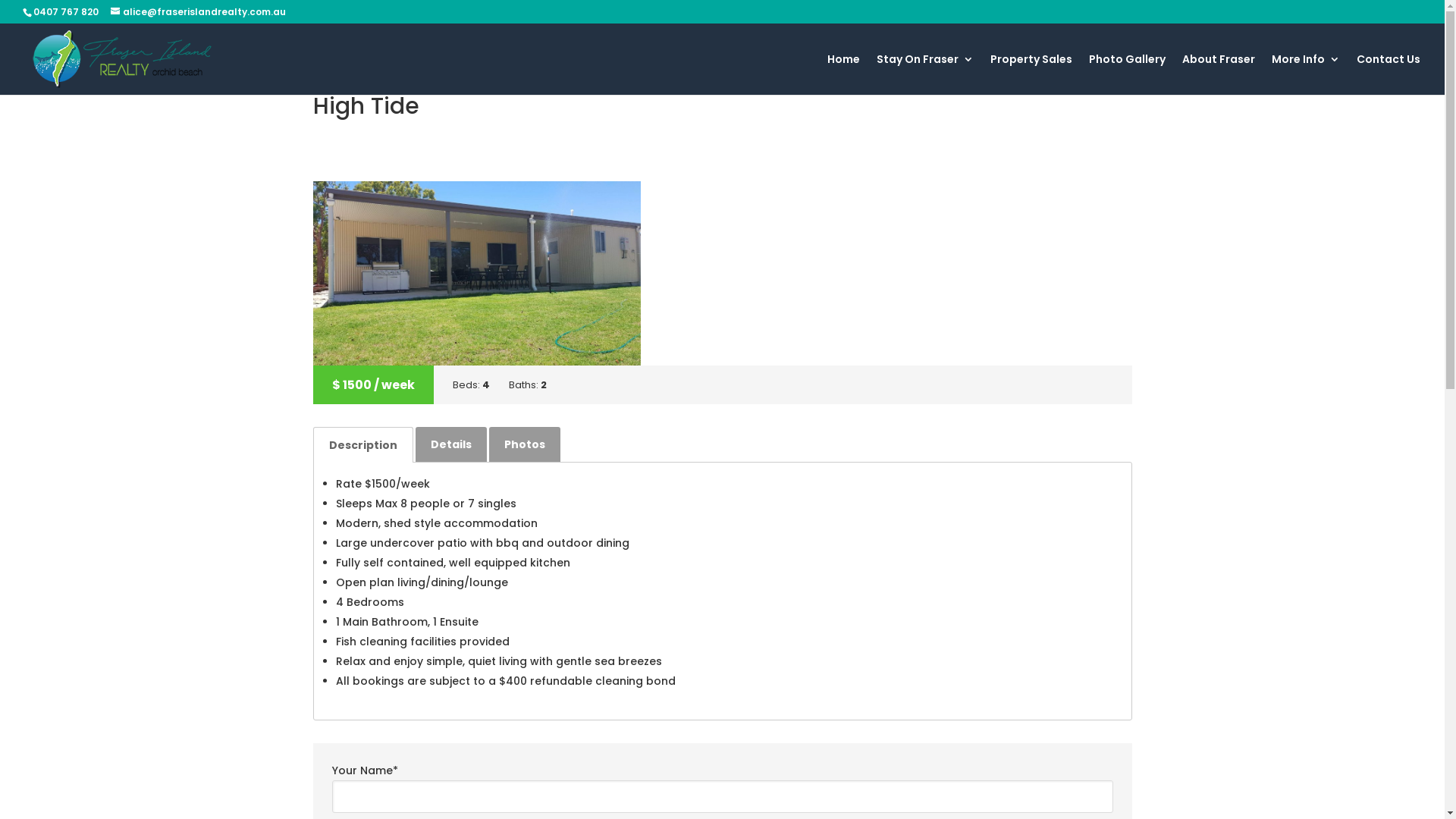 Image resolution: width=1456 pixels, height=819 pixels. I want to click on 'Photo Gallery', so click(1087, 74).